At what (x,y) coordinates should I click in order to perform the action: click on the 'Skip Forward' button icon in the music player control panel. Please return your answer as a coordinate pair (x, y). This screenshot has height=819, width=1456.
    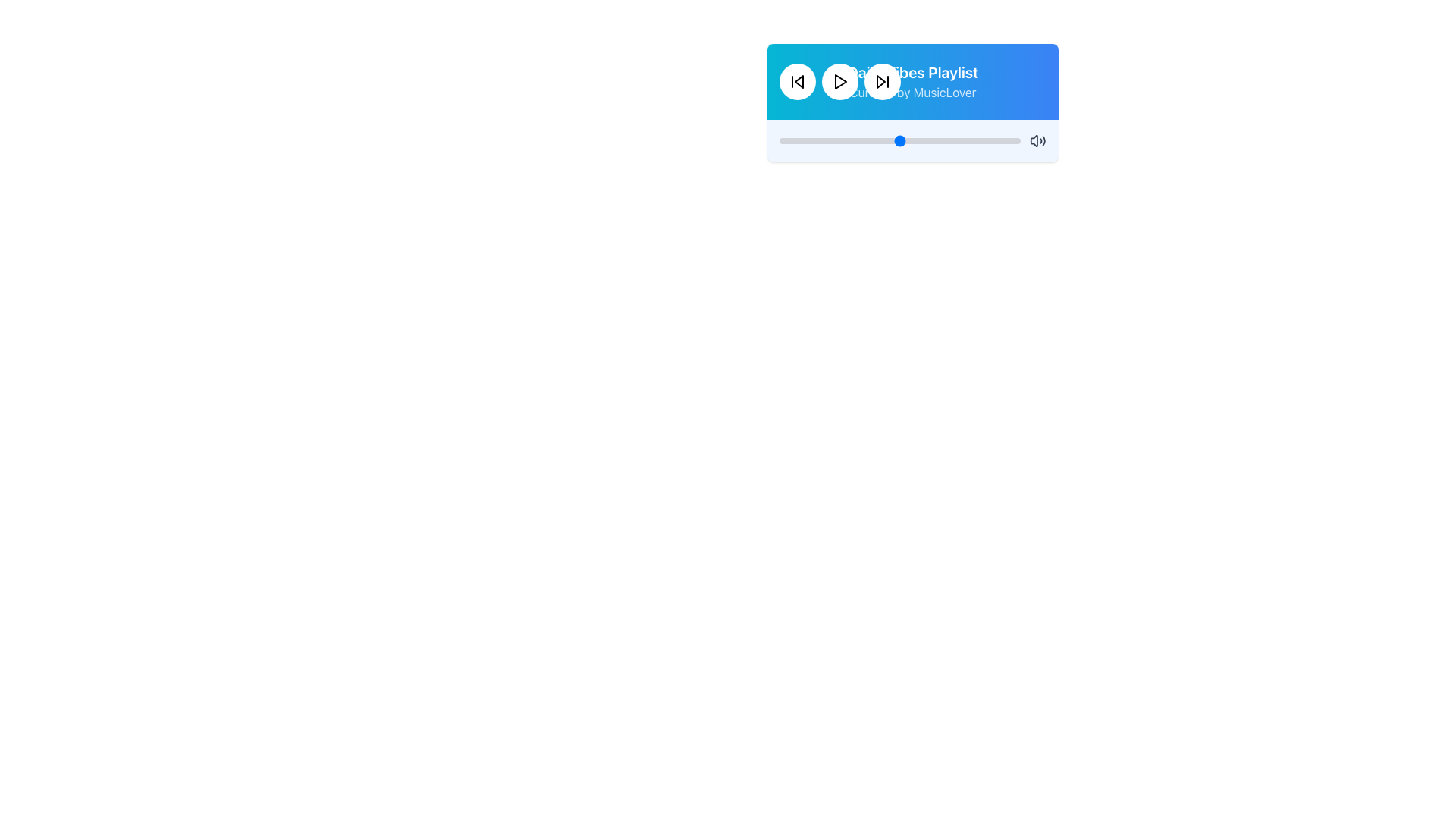
    Looking at the image, I should click on (880, 82).